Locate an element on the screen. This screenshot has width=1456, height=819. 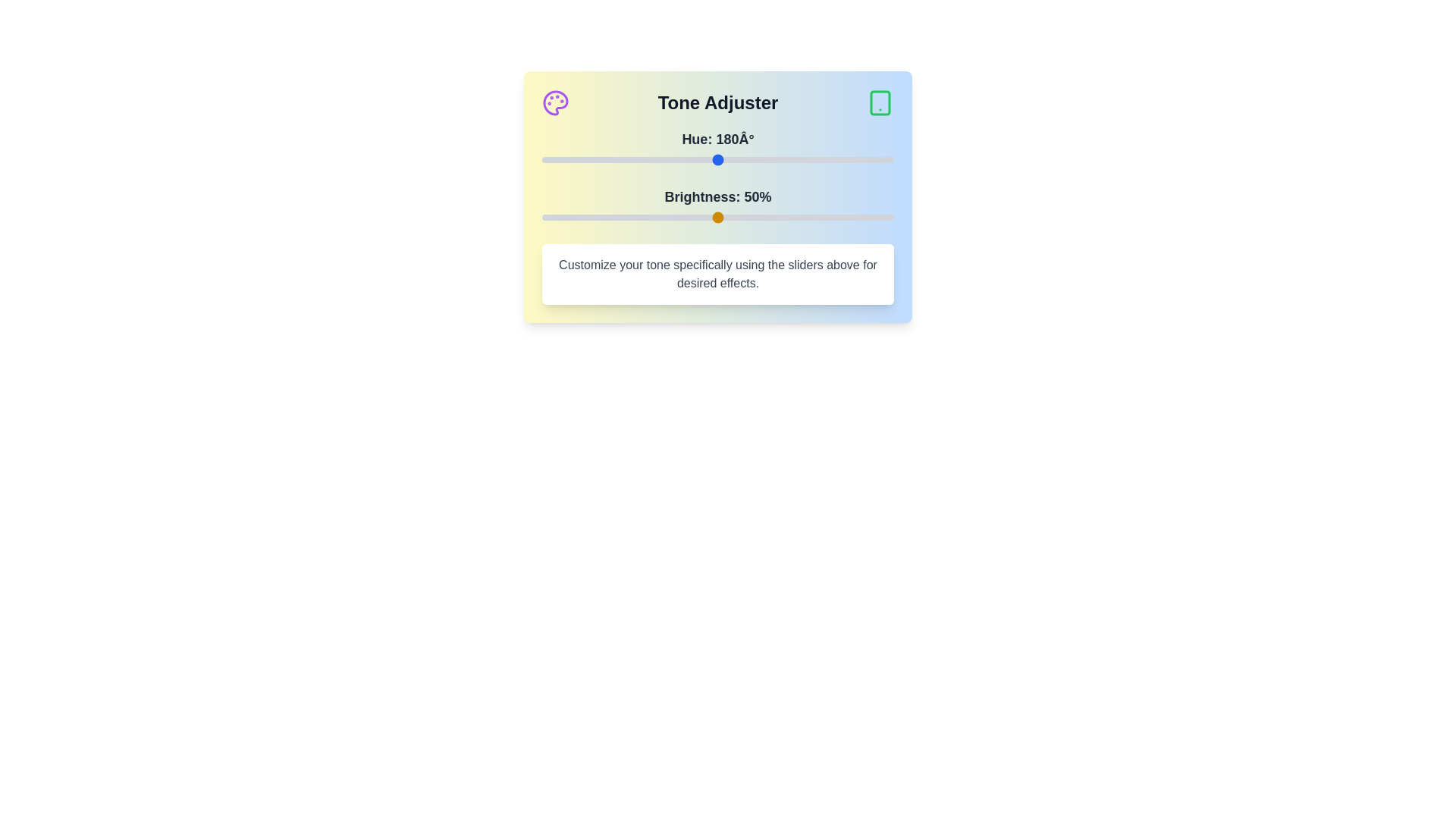
the brightness slider to 14% is located at coordinates (590, 217).